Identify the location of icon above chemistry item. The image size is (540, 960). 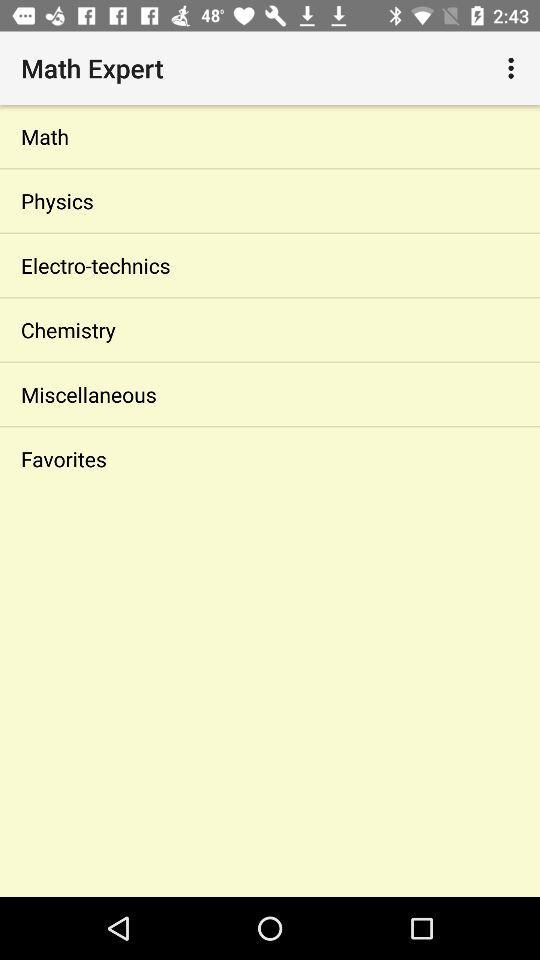
(270, 264).